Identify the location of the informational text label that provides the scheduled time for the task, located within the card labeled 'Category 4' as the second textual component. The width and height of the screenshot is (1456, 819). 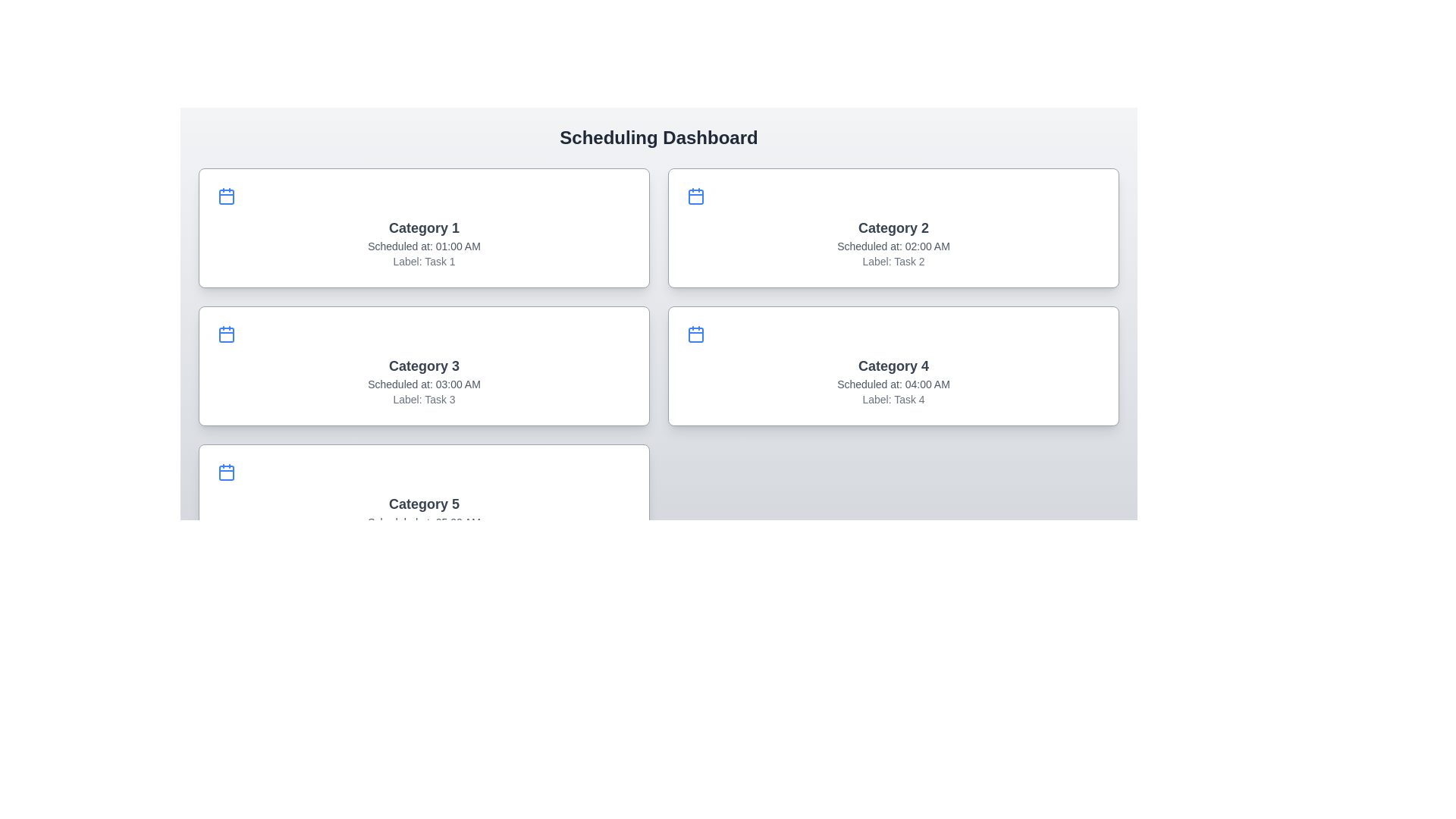
(893, 383).